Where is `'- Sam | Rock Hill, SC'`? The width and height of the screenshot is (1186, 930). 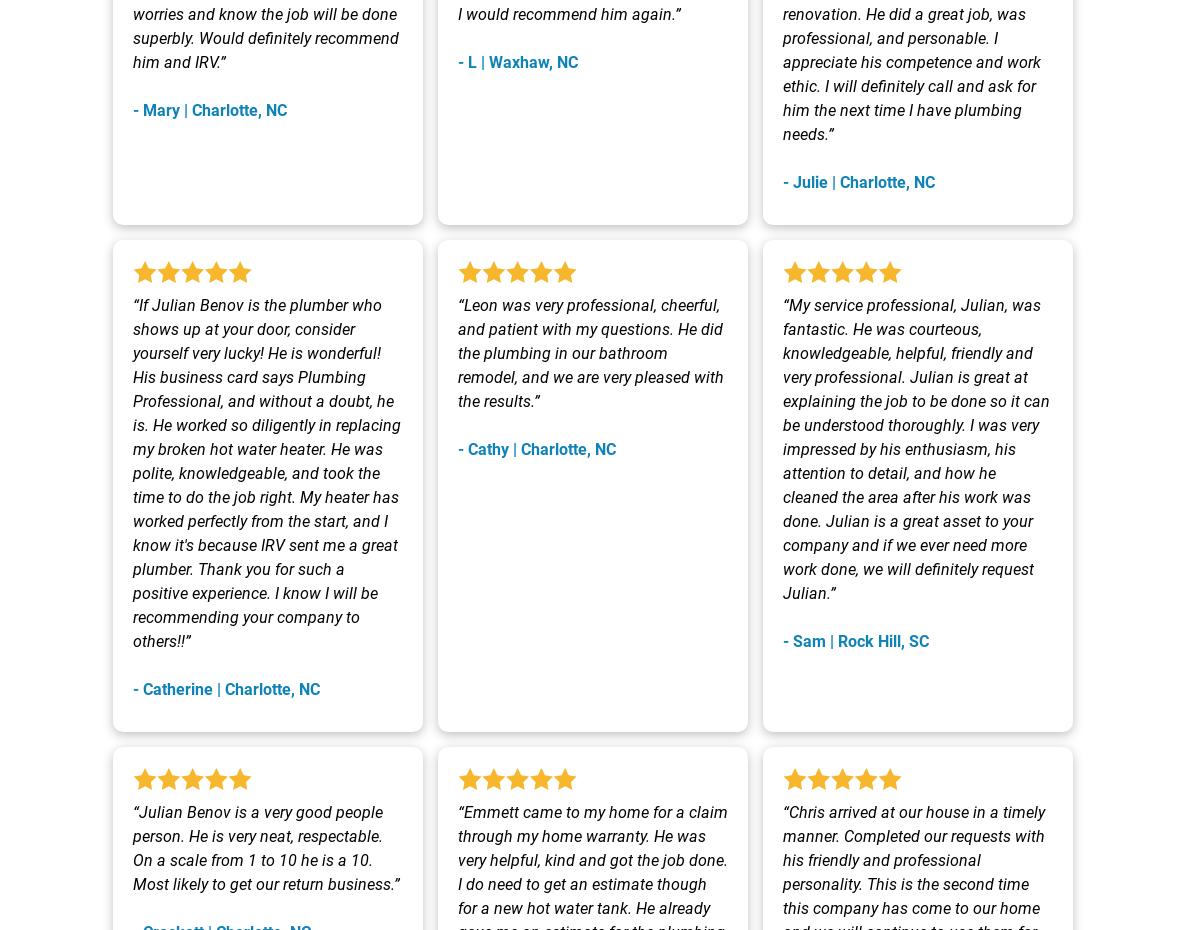
'- Sam | Rock Hill, SC' is located at coordinates (855, 640).